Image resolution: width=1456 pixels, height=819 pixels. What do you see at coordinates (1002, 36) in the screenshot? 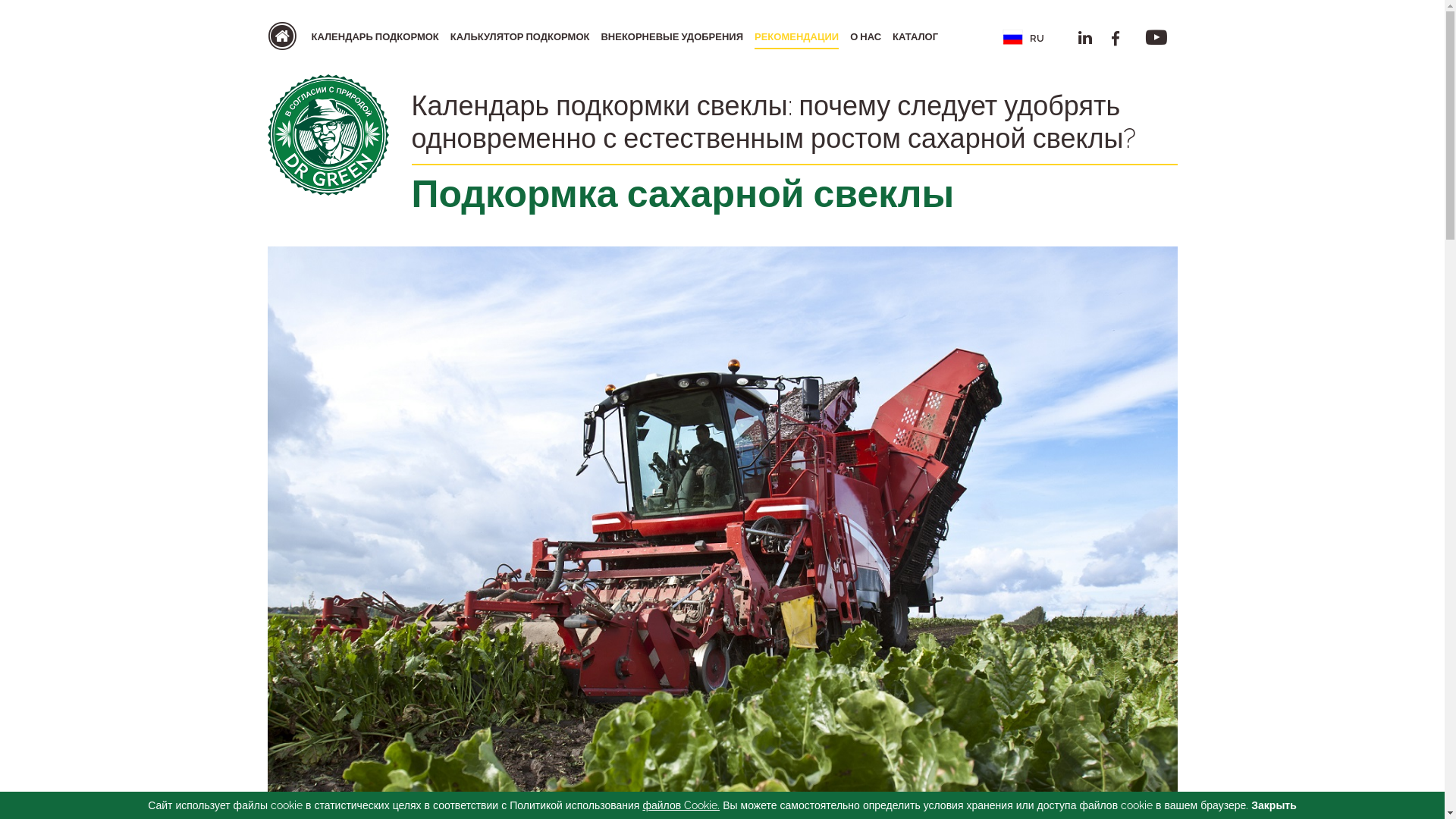
I see `'RU'` at bounding box center [1002, 36].